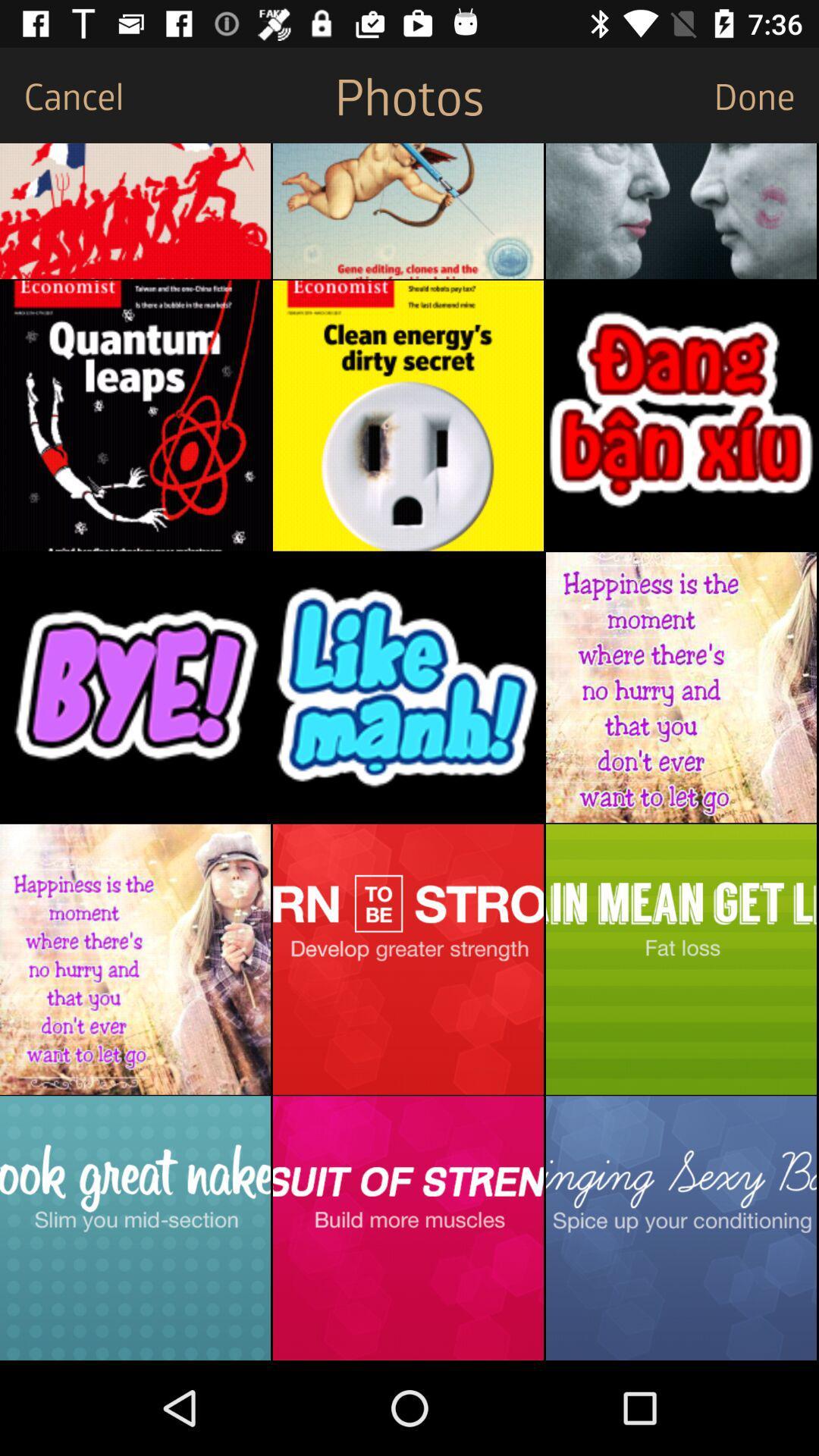 This screenshot has width=819, height=1456. I want to click on quantum leaps image, so click(134, 416).